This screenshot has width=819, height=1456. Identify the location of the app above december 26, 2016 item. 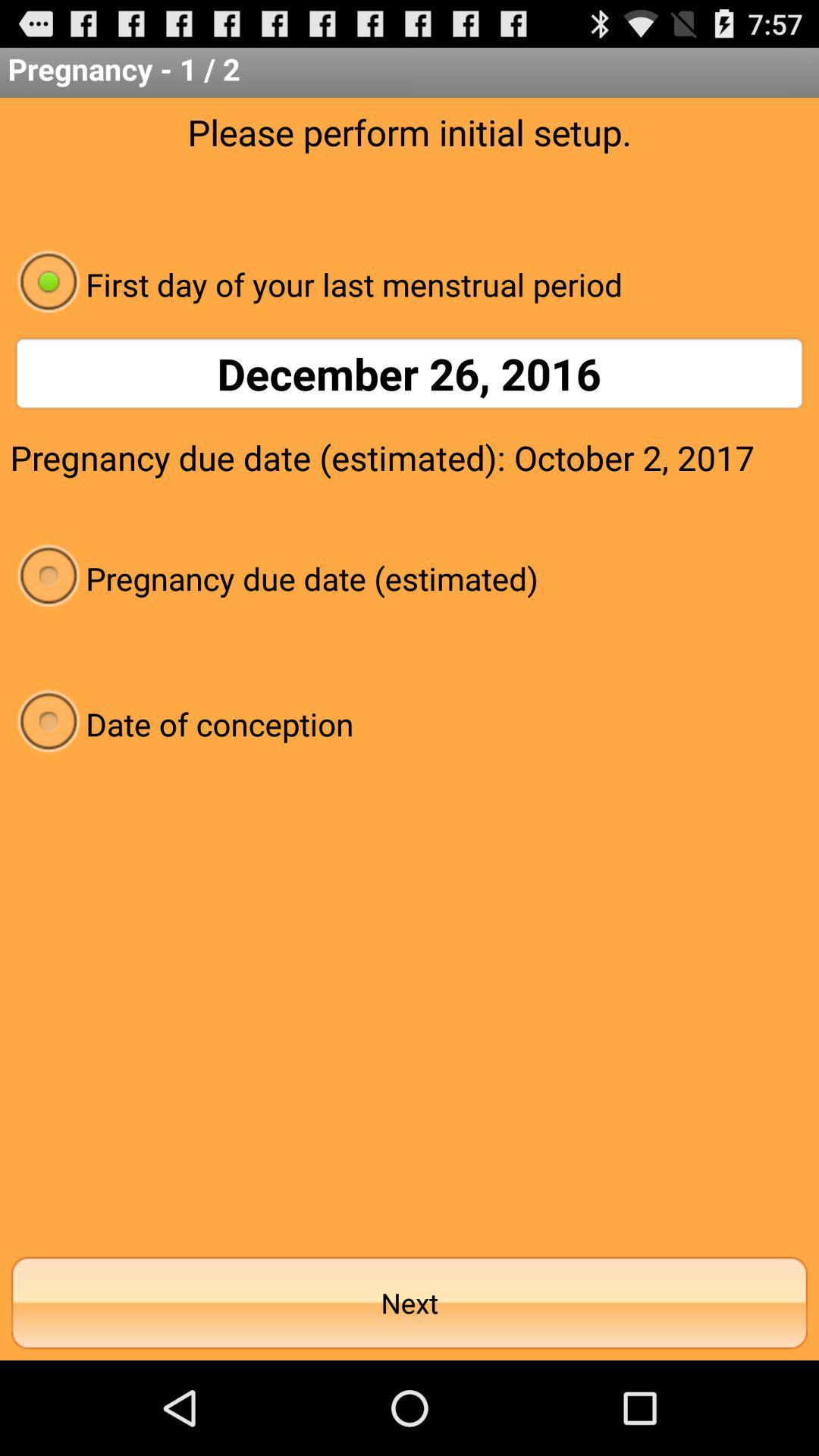
(409, 284).